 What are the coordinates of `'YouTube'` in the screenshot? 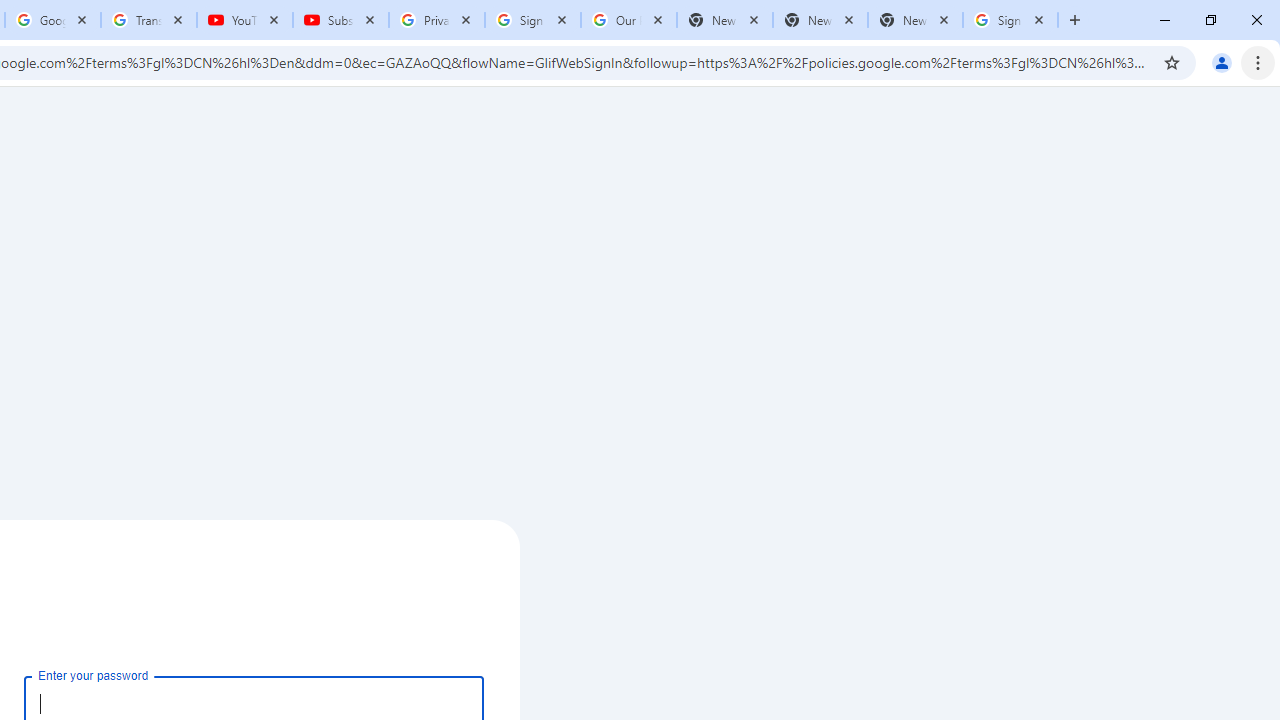 It's located at (244, 20).